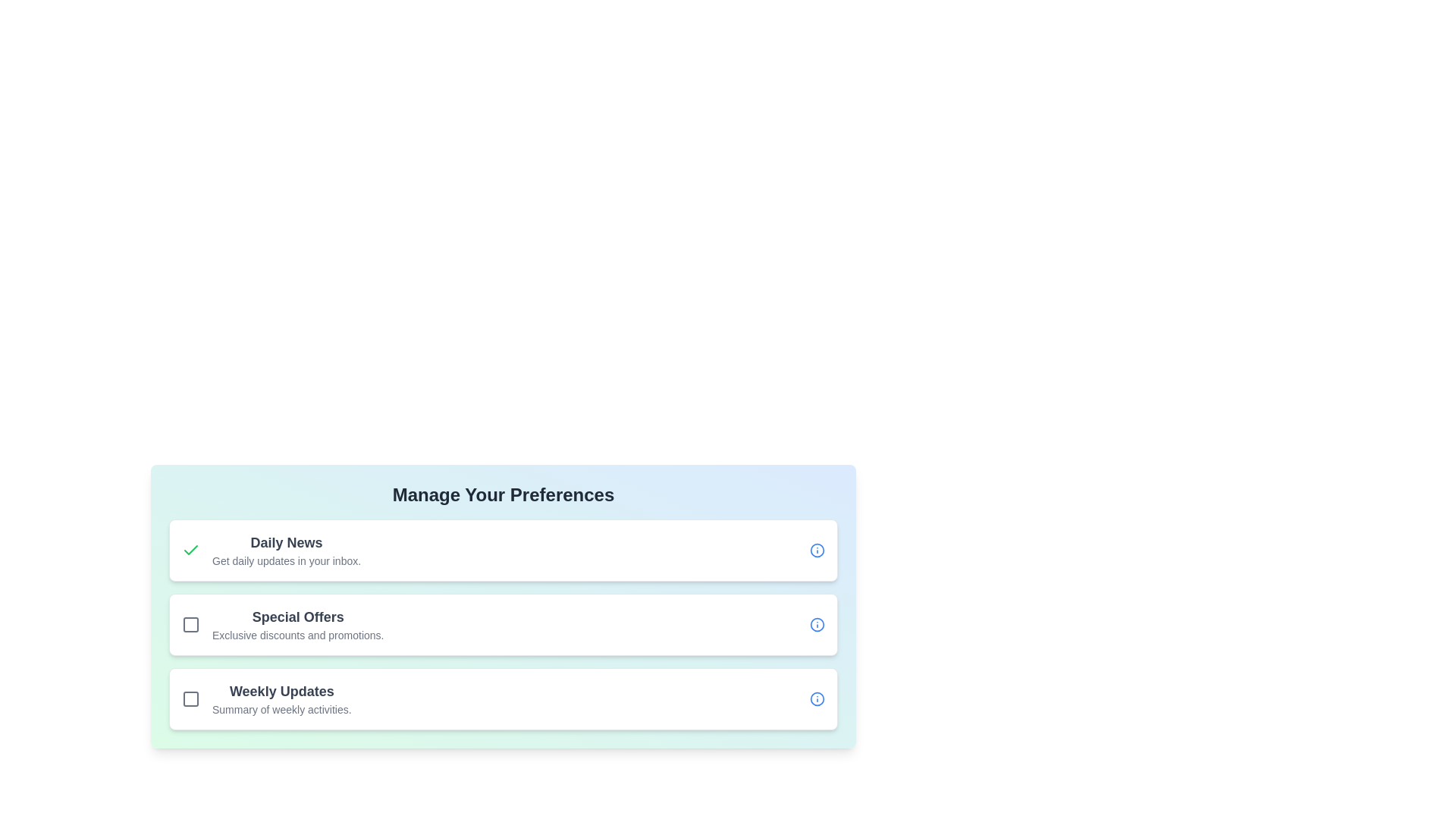 The width and height of the screenshot is (1456, 819). Describe the element at coordinates (817, 625) in the screenshot. I see `the Information icon, which is a circular icon with a blue outline featuring an 'i' symbol in the center, located on the far right side of the 'Special Offers' card` at that location.